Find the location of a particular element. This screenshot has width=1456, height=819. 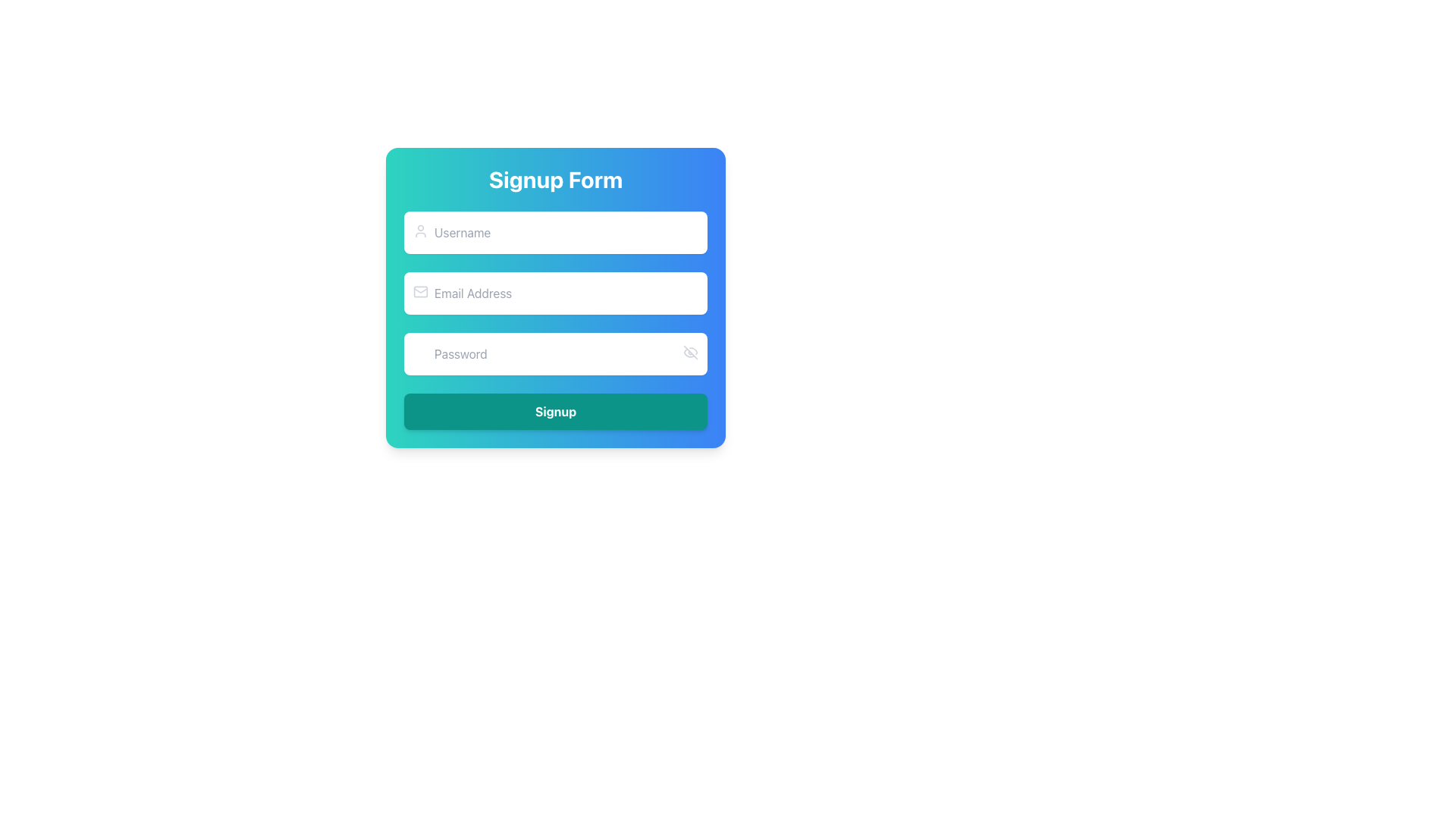

the visibility toggle icon located on the right-hand side of the password input field in the form is located at coordinates (690, 353).